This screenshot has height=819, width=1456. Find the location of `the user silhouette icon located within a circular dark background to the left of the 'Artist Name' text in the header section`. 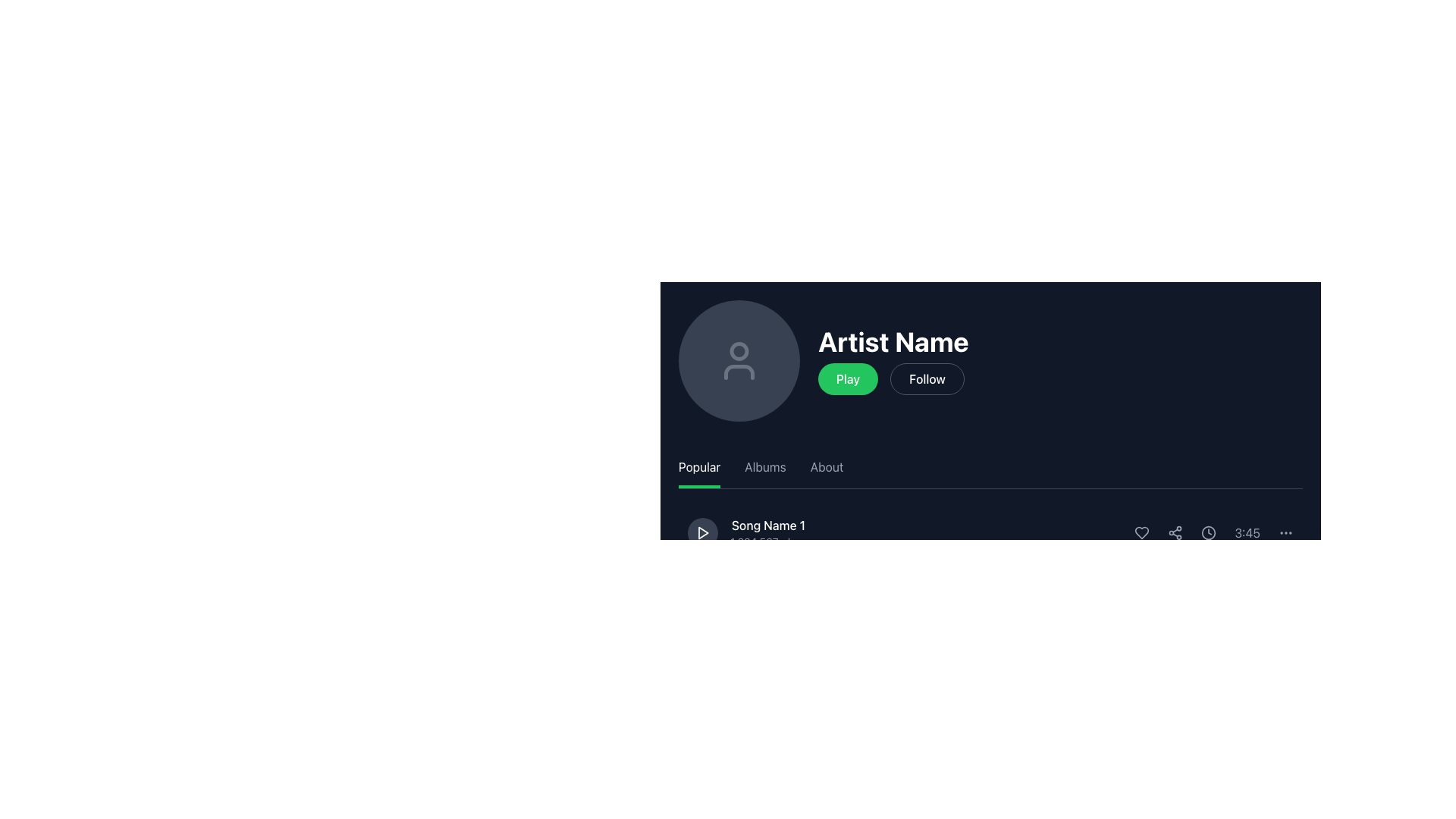

the user silhouette icon located within a circular dark background to the left of the 'Artist Name' text in the header section is located at coordinates (739, 360).